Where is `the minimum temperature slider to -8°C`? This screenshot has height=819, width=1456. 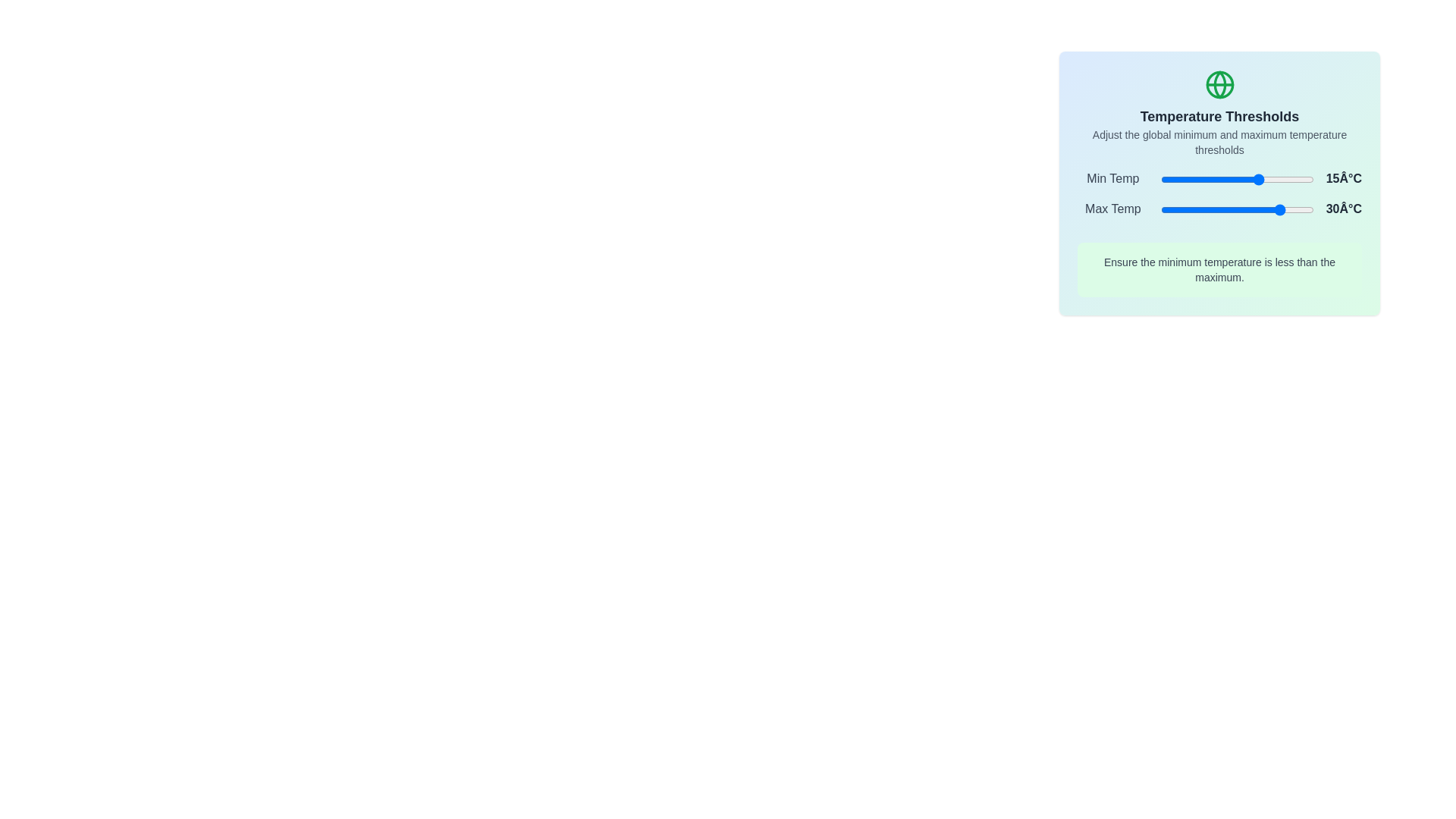
the minimum temperature slider to -8°C is located at coordinates (1225, 178).